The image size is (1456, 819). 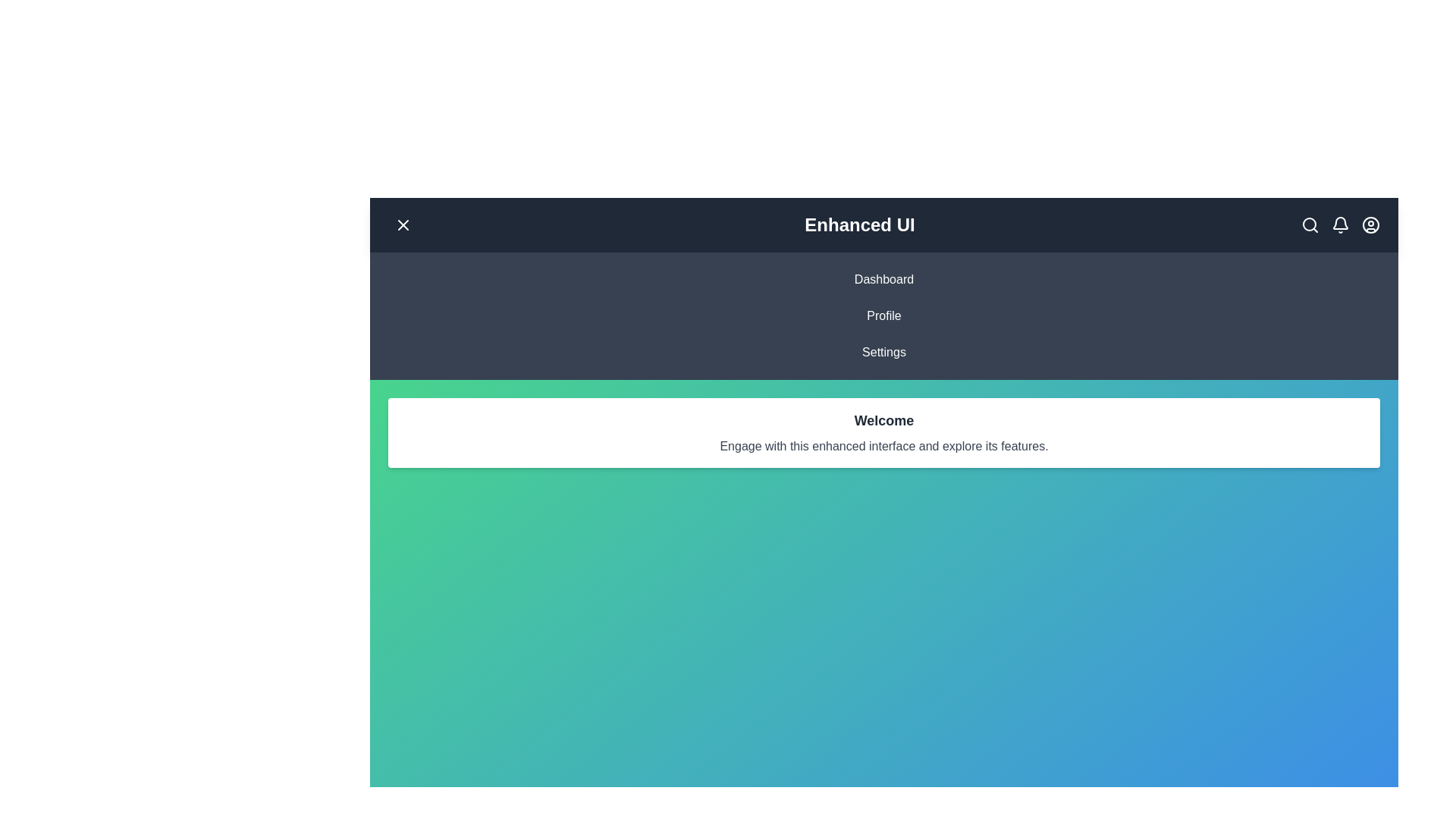 What do you see at coordinates (884, 280) in the screenshot?
I see `the menu item Dashboard by clicking on it` at bounding box center [884, 280].